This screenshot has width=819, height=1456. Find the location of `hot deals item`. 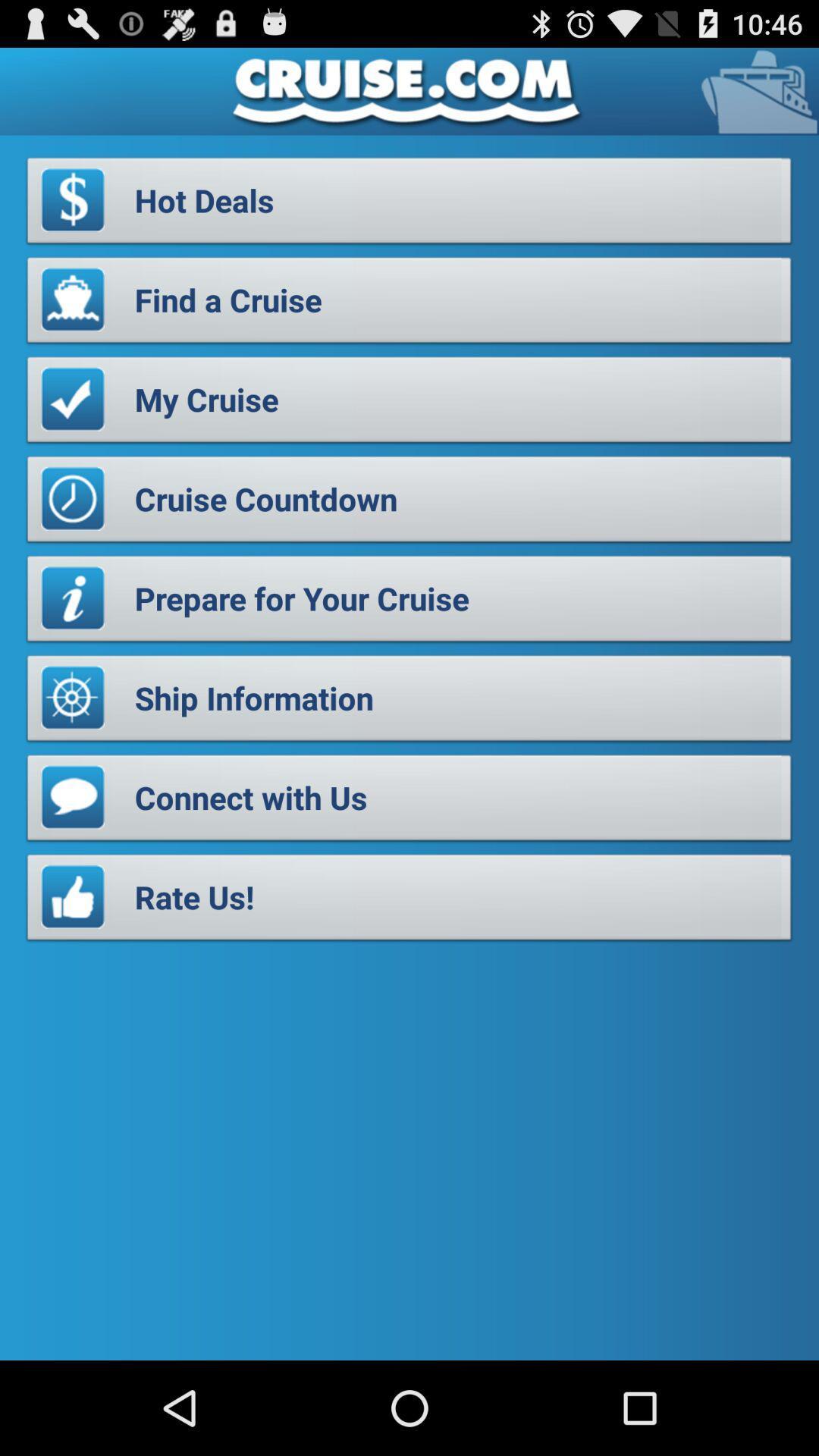

hot deals item is located at coordinates (409, 204).